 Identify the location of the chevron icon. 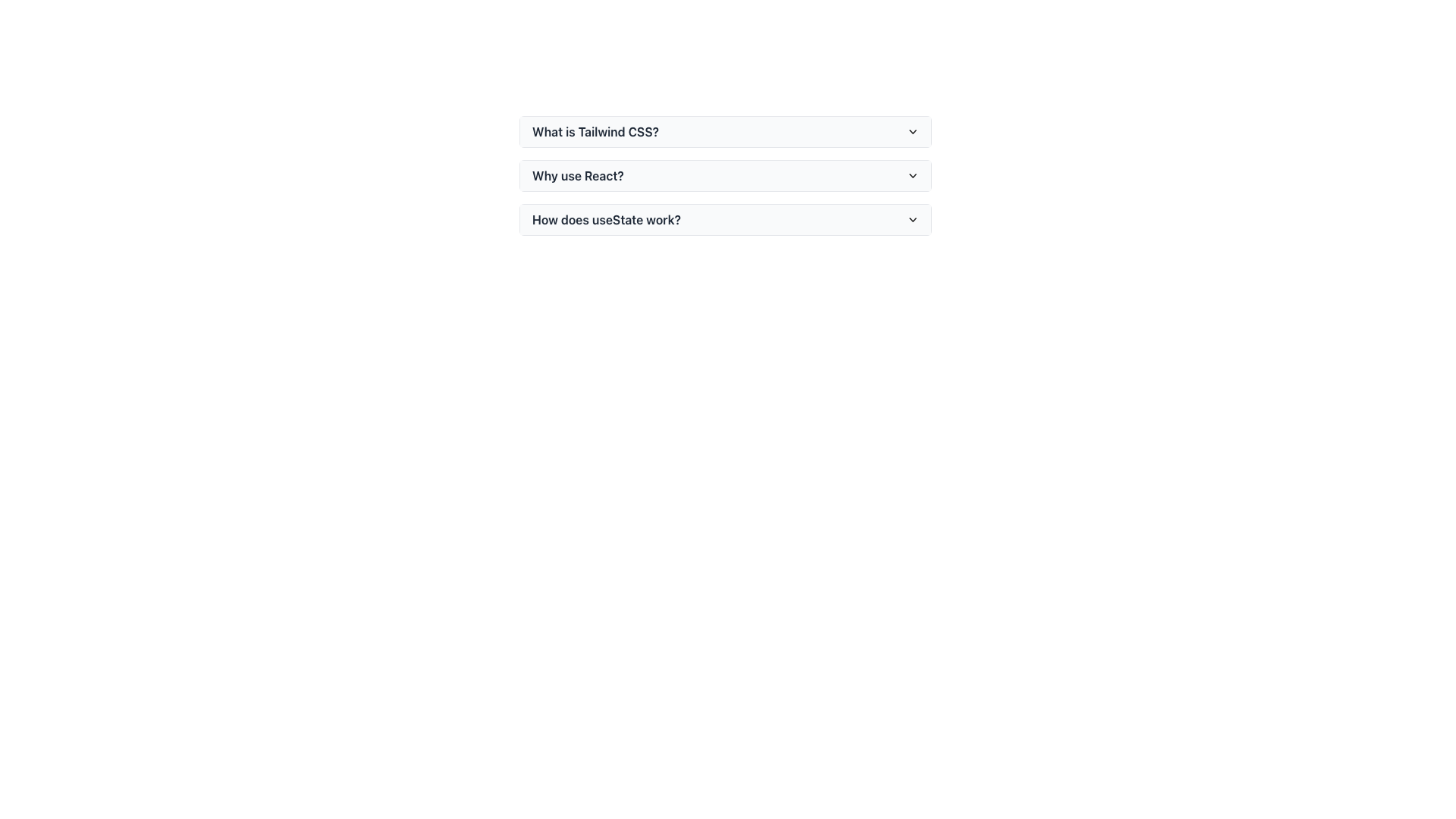
(912, 219).